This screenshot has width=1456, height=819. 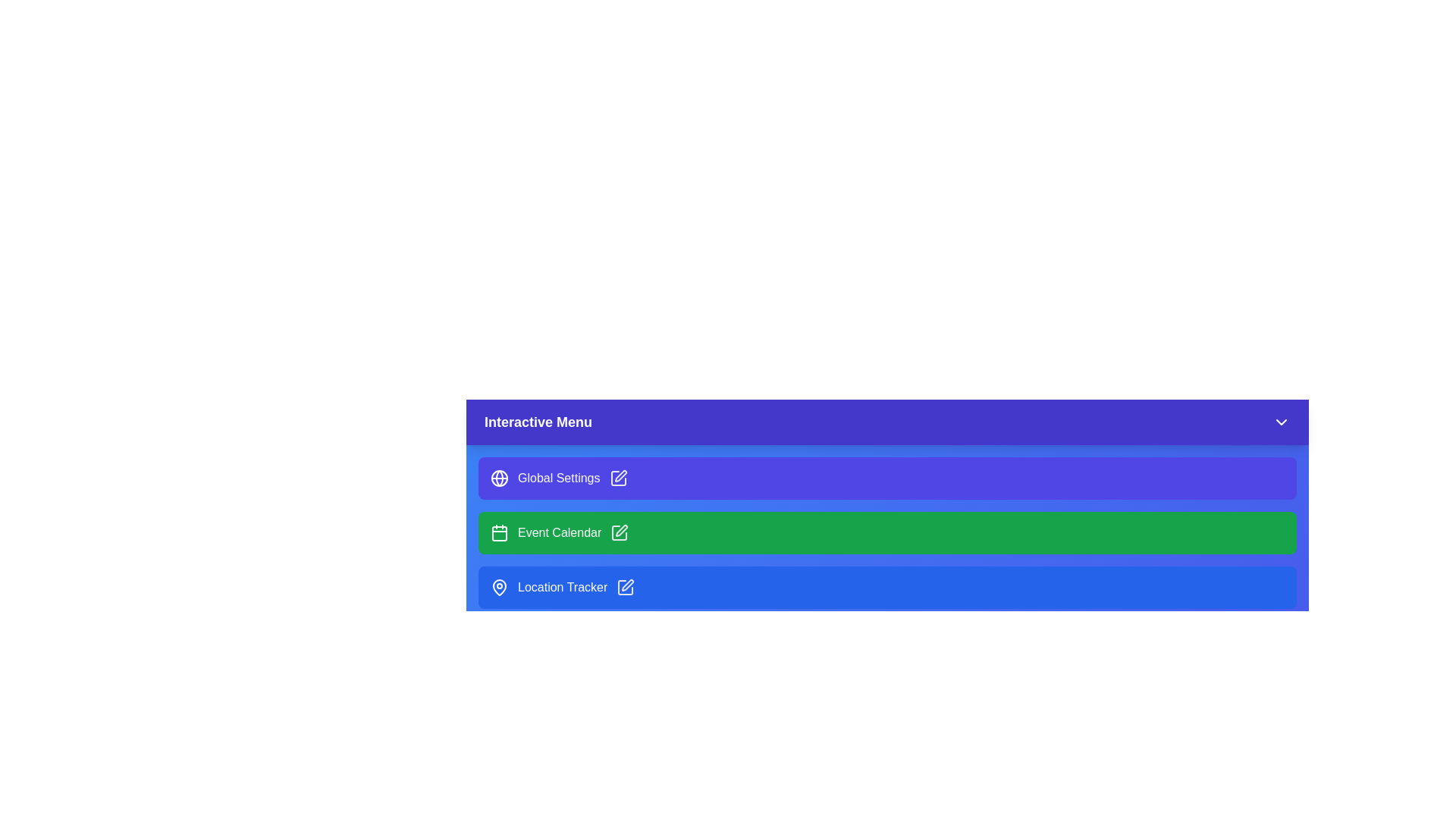 I want to click on the menu item Global Settings to observe visual feedback, so click(x=887, y=479).